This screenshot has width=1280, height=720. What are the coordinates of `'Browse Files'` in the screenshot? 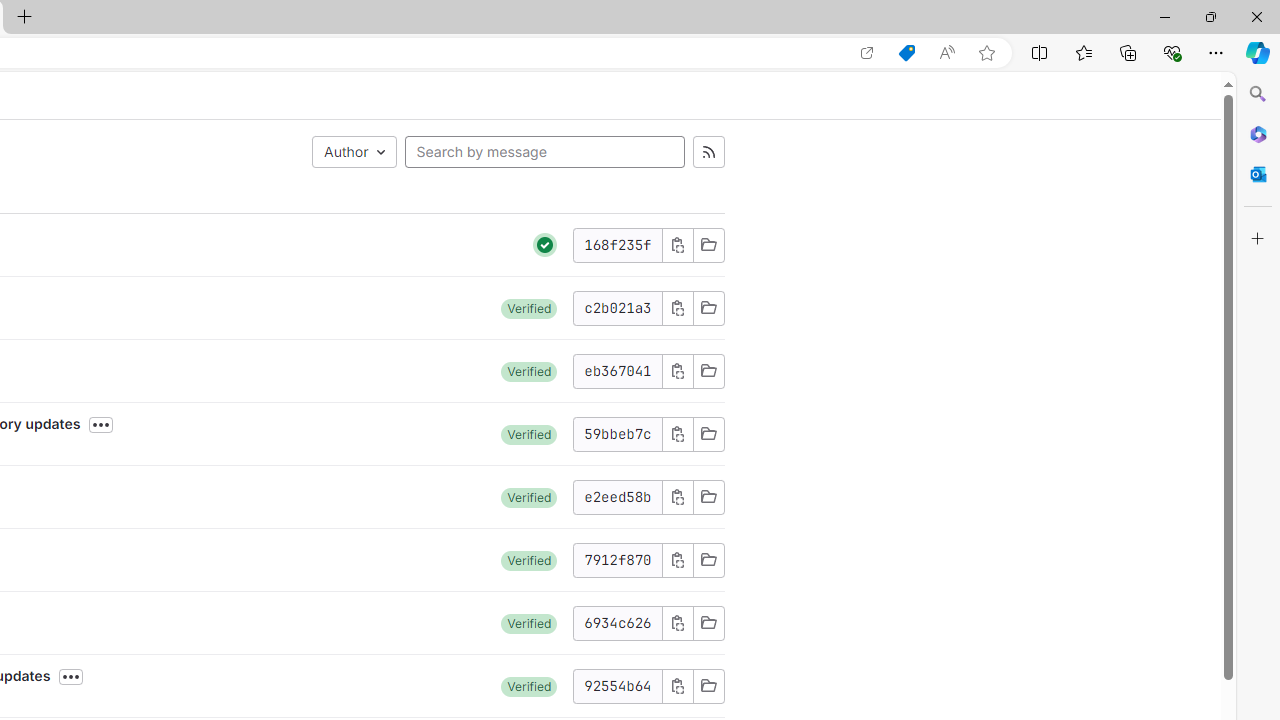 It's located at (708, 685).